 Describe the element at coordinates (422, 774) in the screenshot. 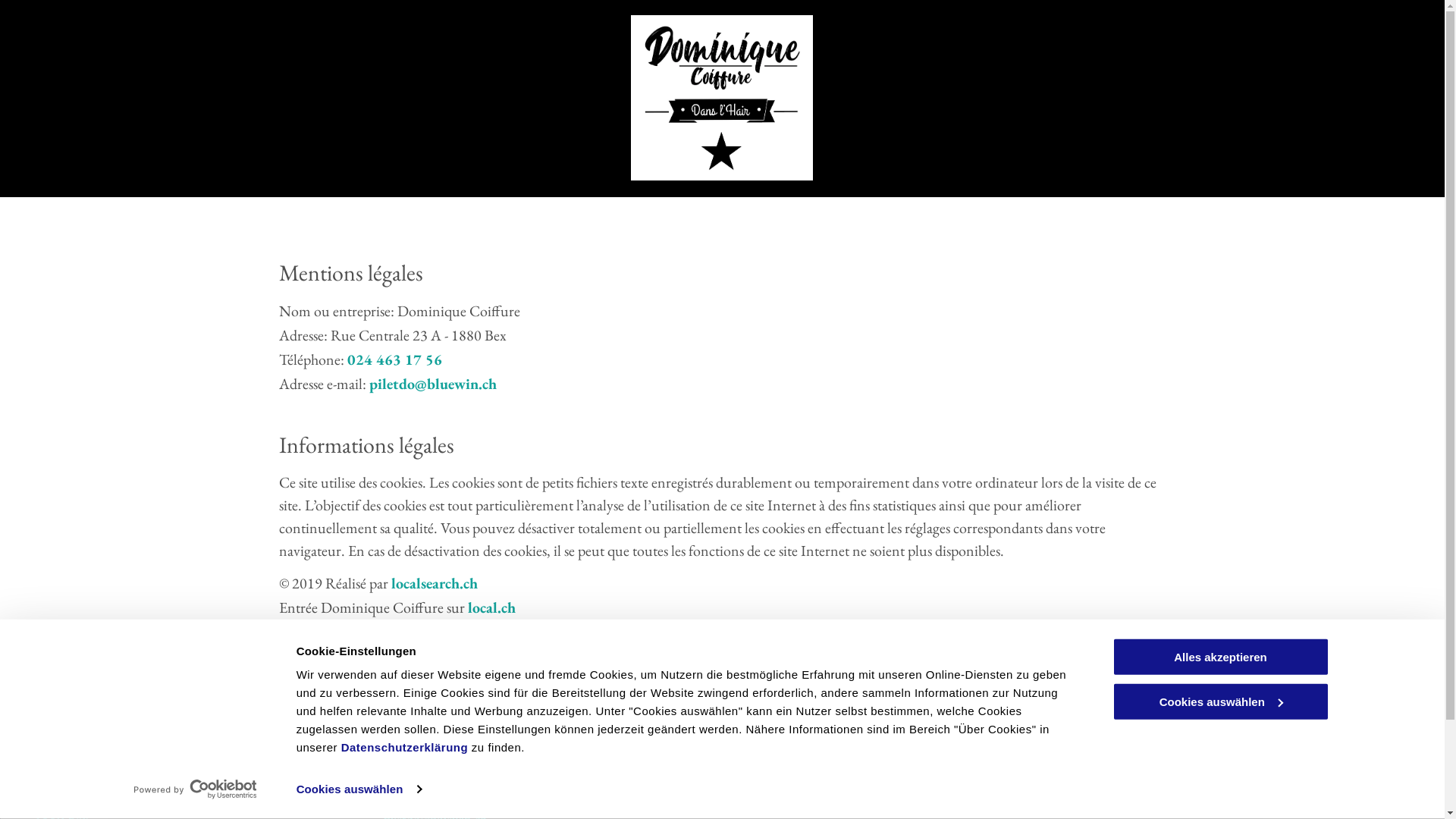

I see `'024 463 17 56'` at that location.